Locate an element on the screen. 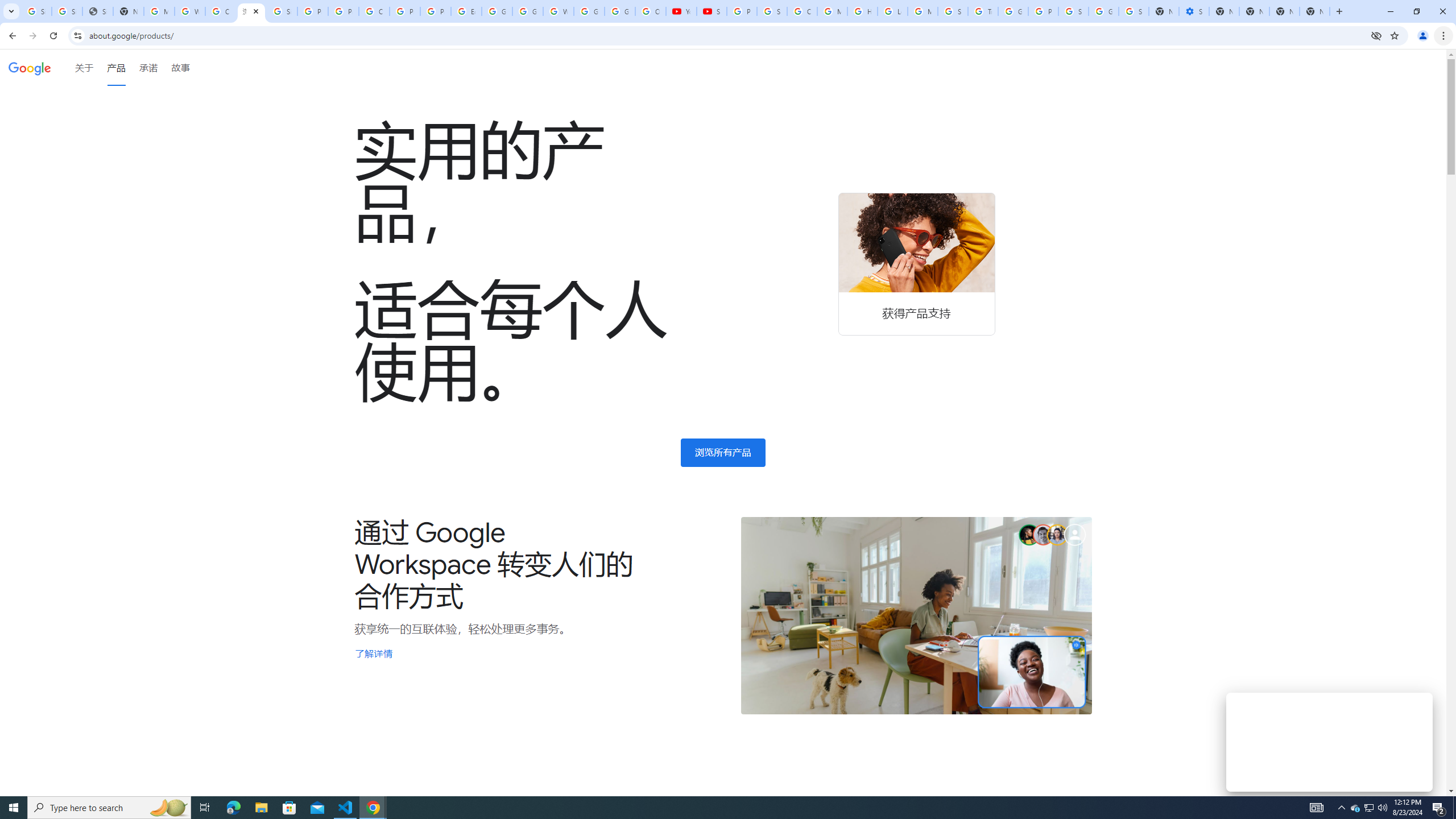 This screenshot has width=1456, height=819. 'Sign in - Google Accounts' is located at coordinates (1073, 11).